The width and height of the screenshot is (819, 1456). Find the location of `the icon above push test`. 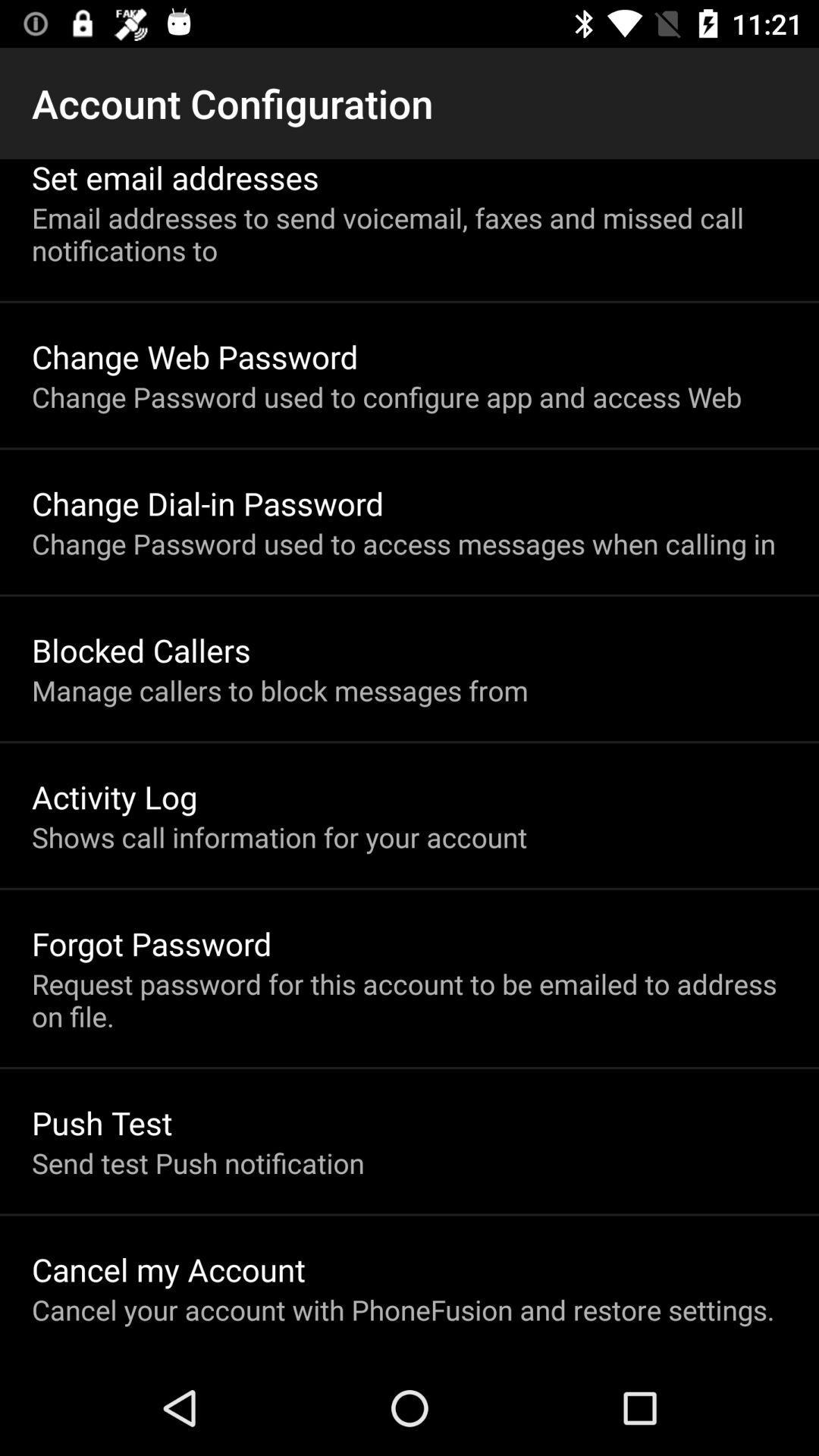

the icon above push test is located at coordinates (409, 999).